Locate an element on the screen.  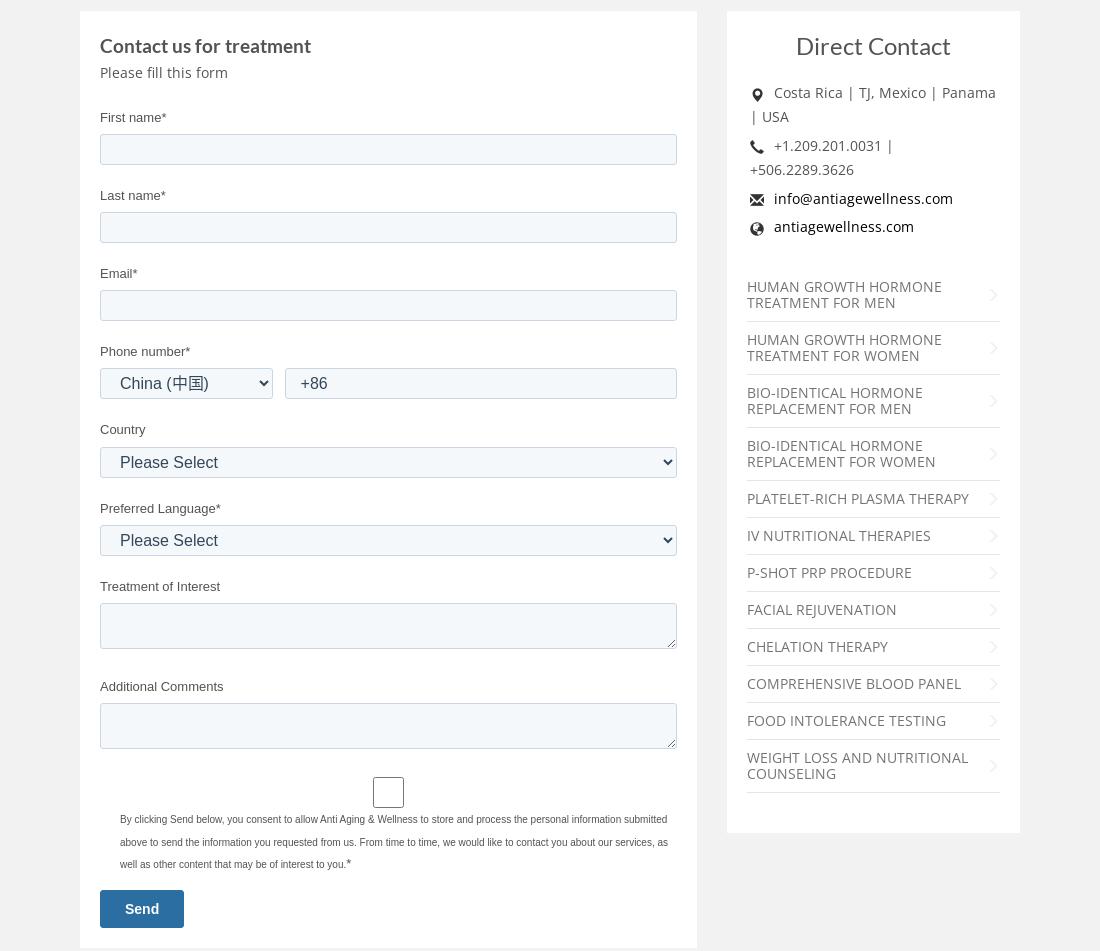
'Facial Rejuvenation' is located at coordinates (821, 608).